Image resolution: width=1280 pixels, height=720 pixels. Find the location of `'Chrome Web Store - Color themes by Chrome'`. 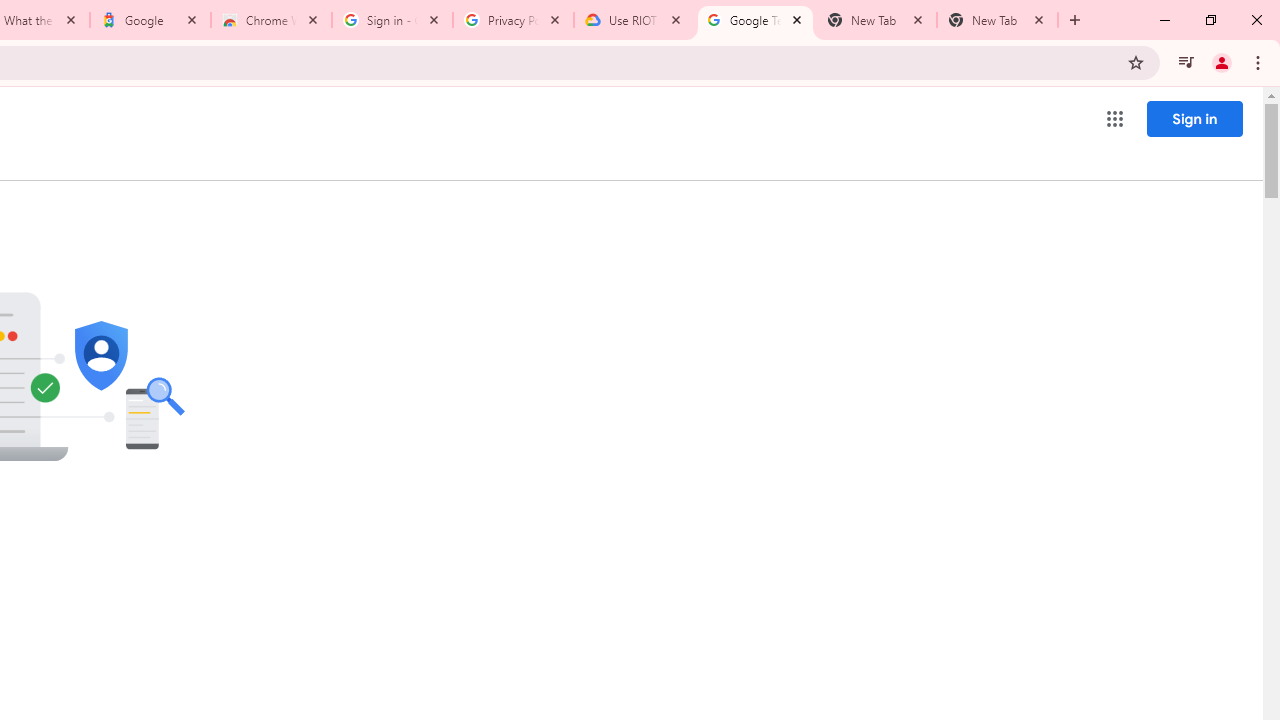

'Chrome Web Store - Color themes by Chrome' is located at coordinates (270, 20).